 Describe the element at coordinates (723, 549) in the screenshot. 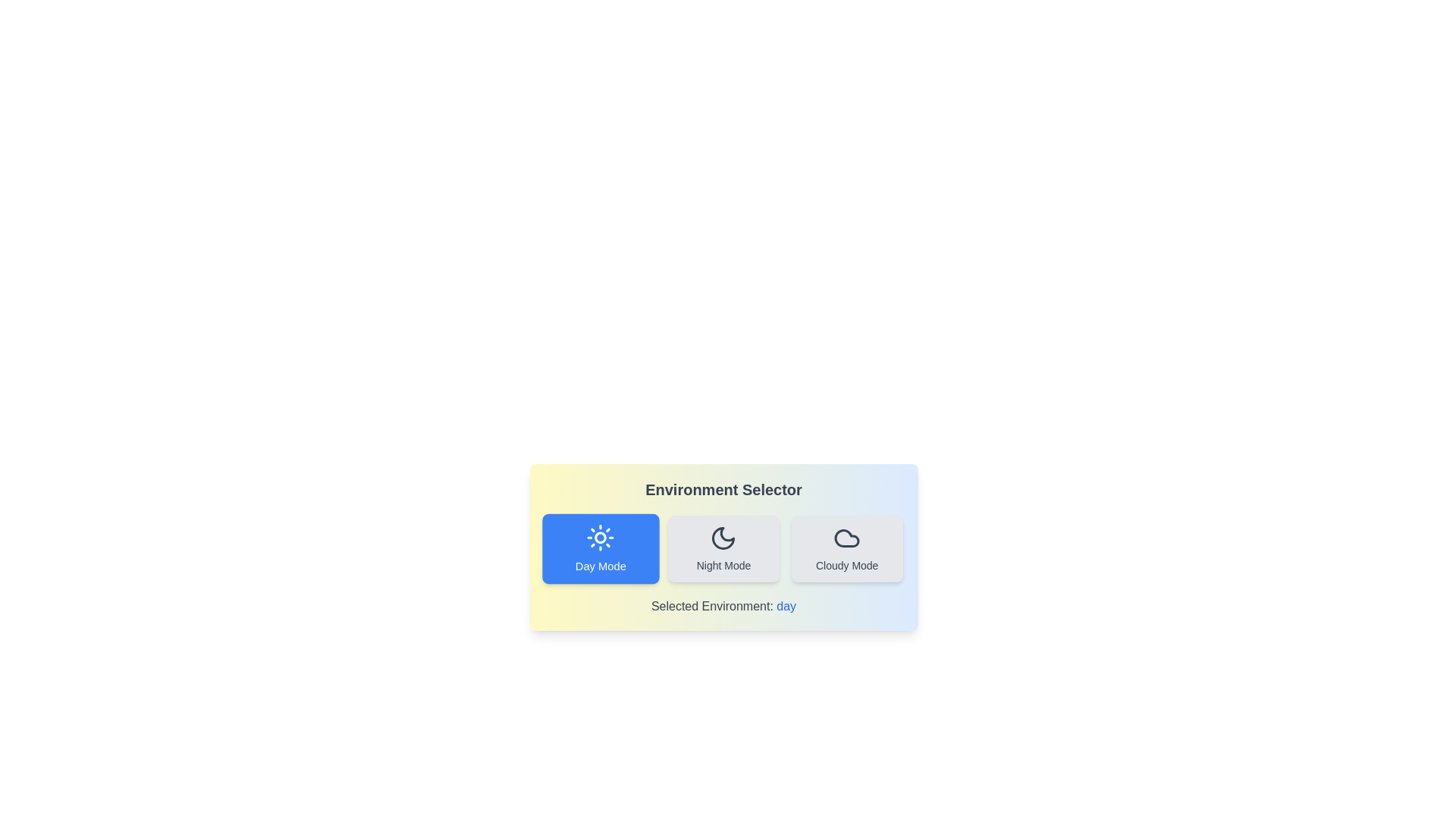

I see `the Night Mode element to observe visual feedback` at that location.